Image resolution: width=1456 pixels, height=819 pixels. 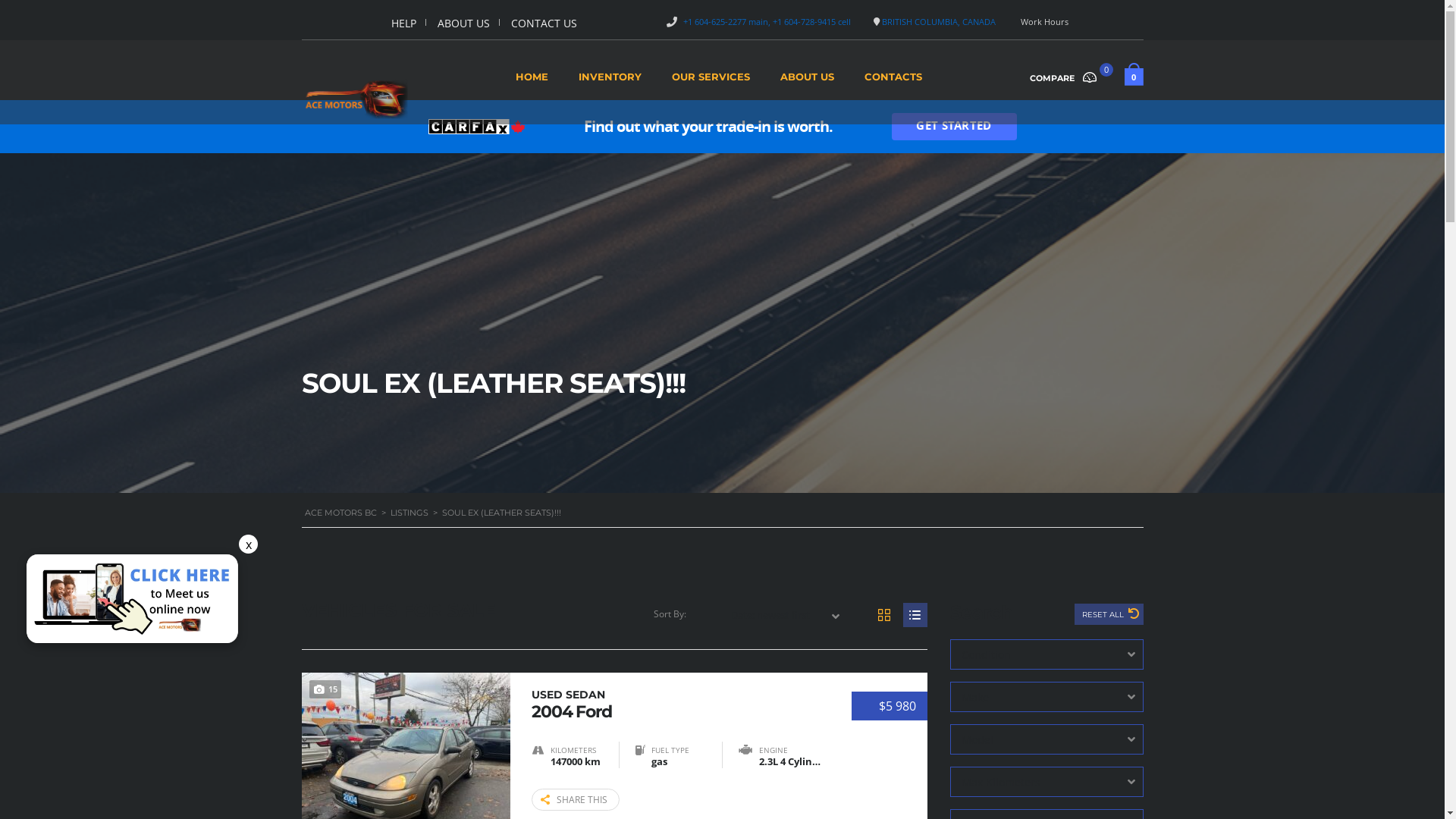 What do you see at coordinates (1068, 76) in the screenshot?
I see `'COMPARE` at bounding box center [1068, 76].